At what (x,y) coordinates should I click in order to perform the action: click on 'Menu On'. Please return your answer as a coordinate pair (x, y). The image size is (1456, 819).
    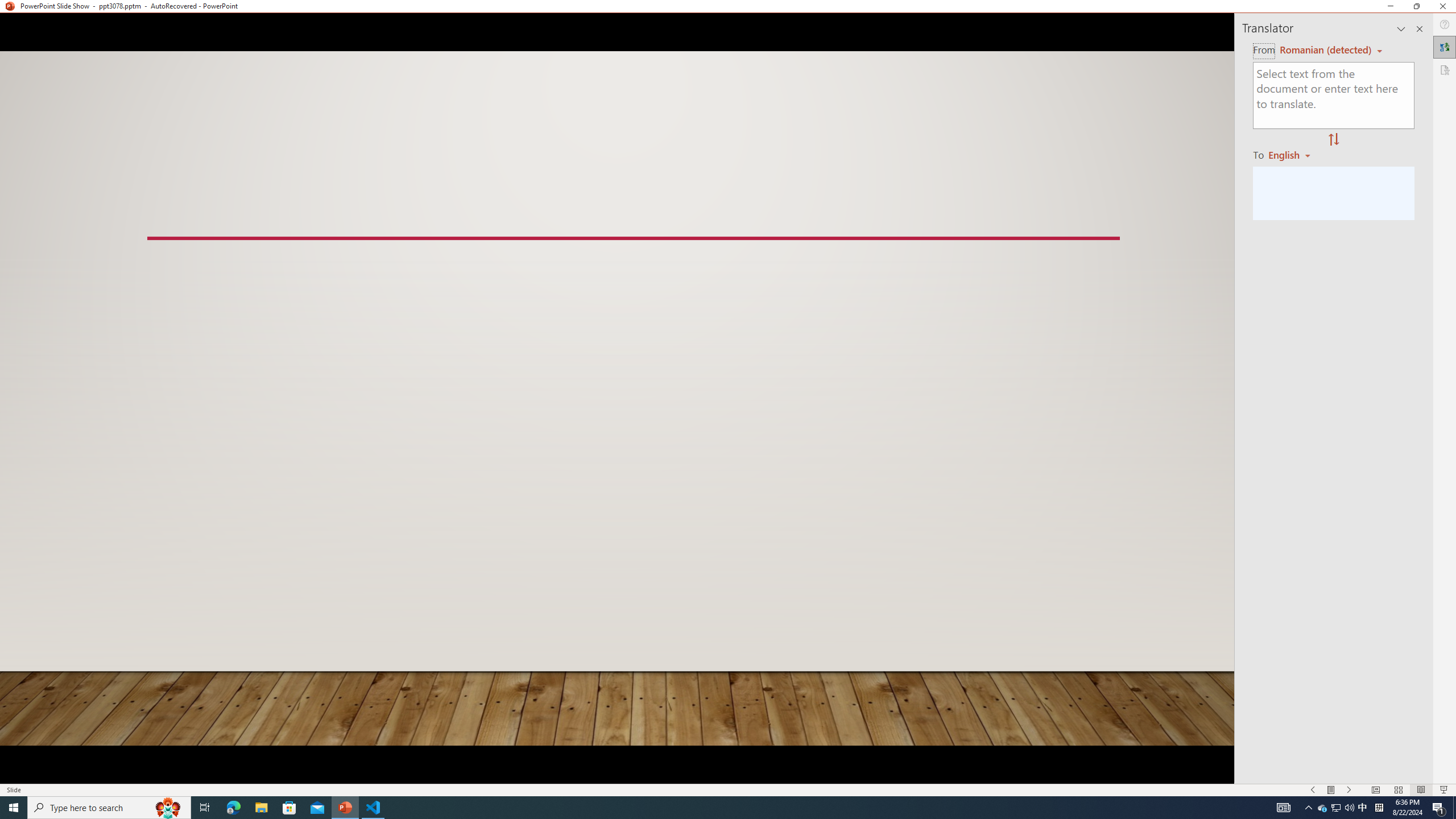
    Looking at the image, I should click on (1331, 790).